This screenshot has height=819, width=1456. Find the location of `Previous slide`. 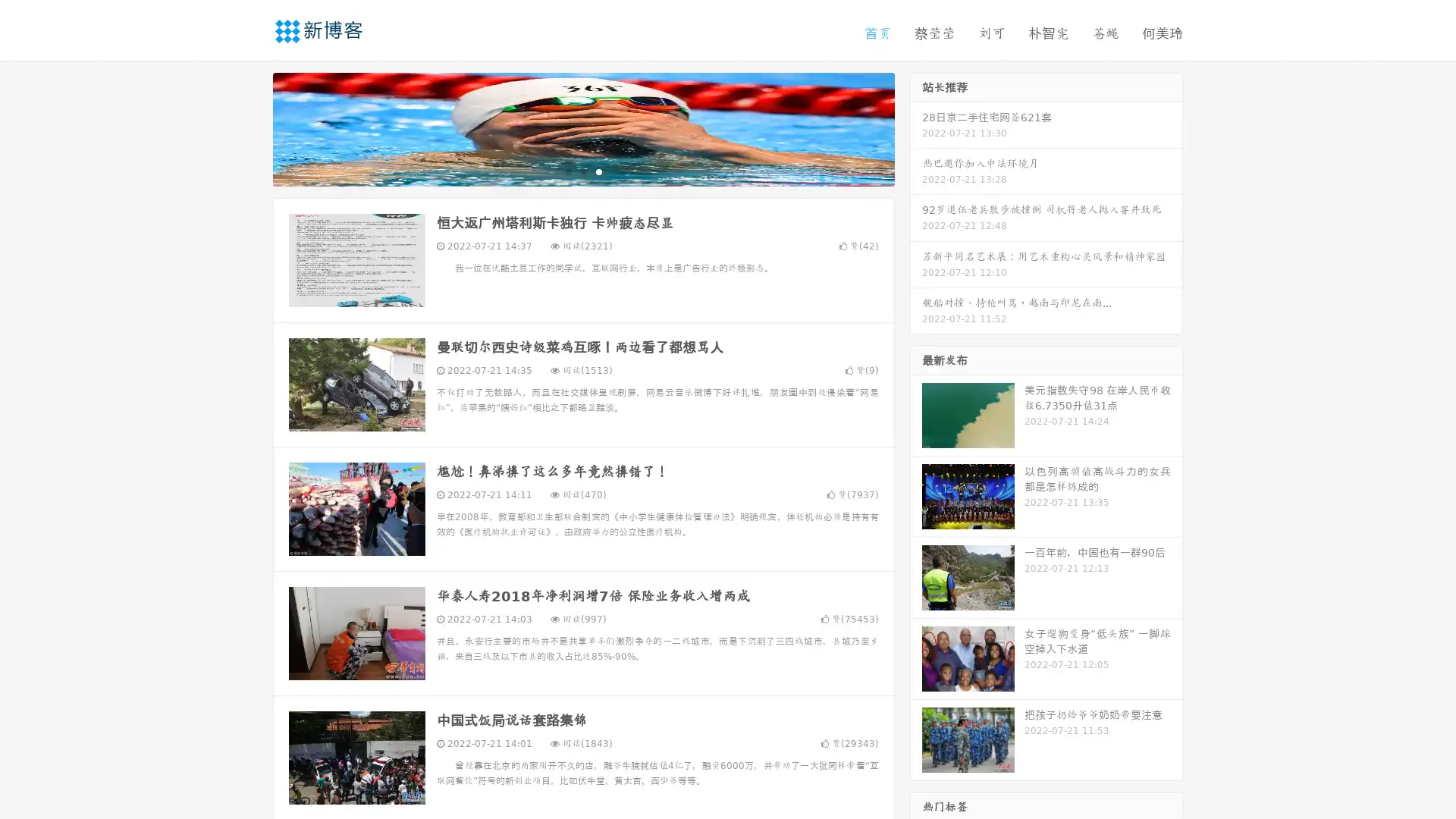

Previous slide is located at coordinates (250, 127).